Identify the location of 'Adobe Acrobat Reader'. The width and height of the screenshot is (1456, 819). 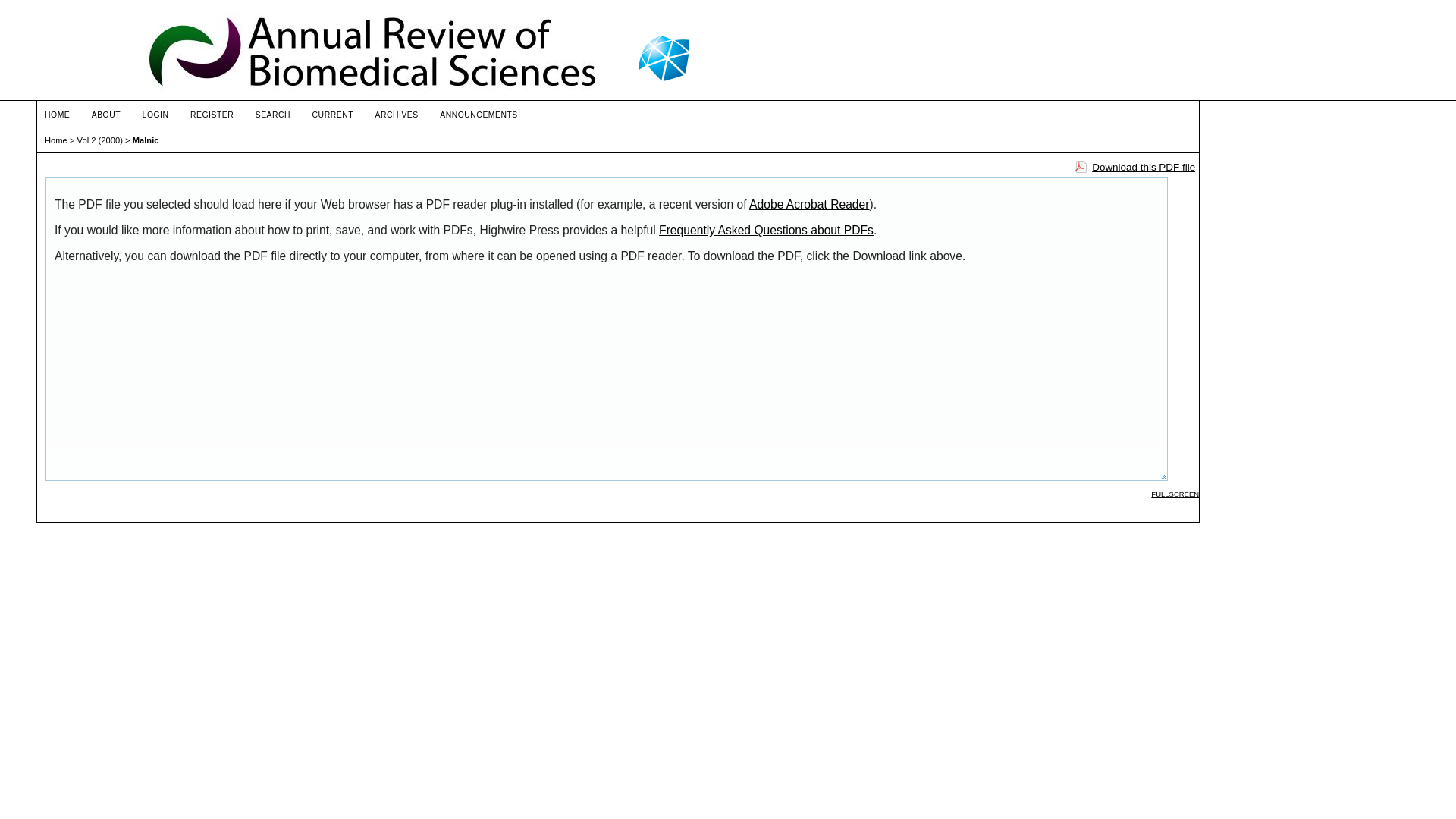
(808, 203).